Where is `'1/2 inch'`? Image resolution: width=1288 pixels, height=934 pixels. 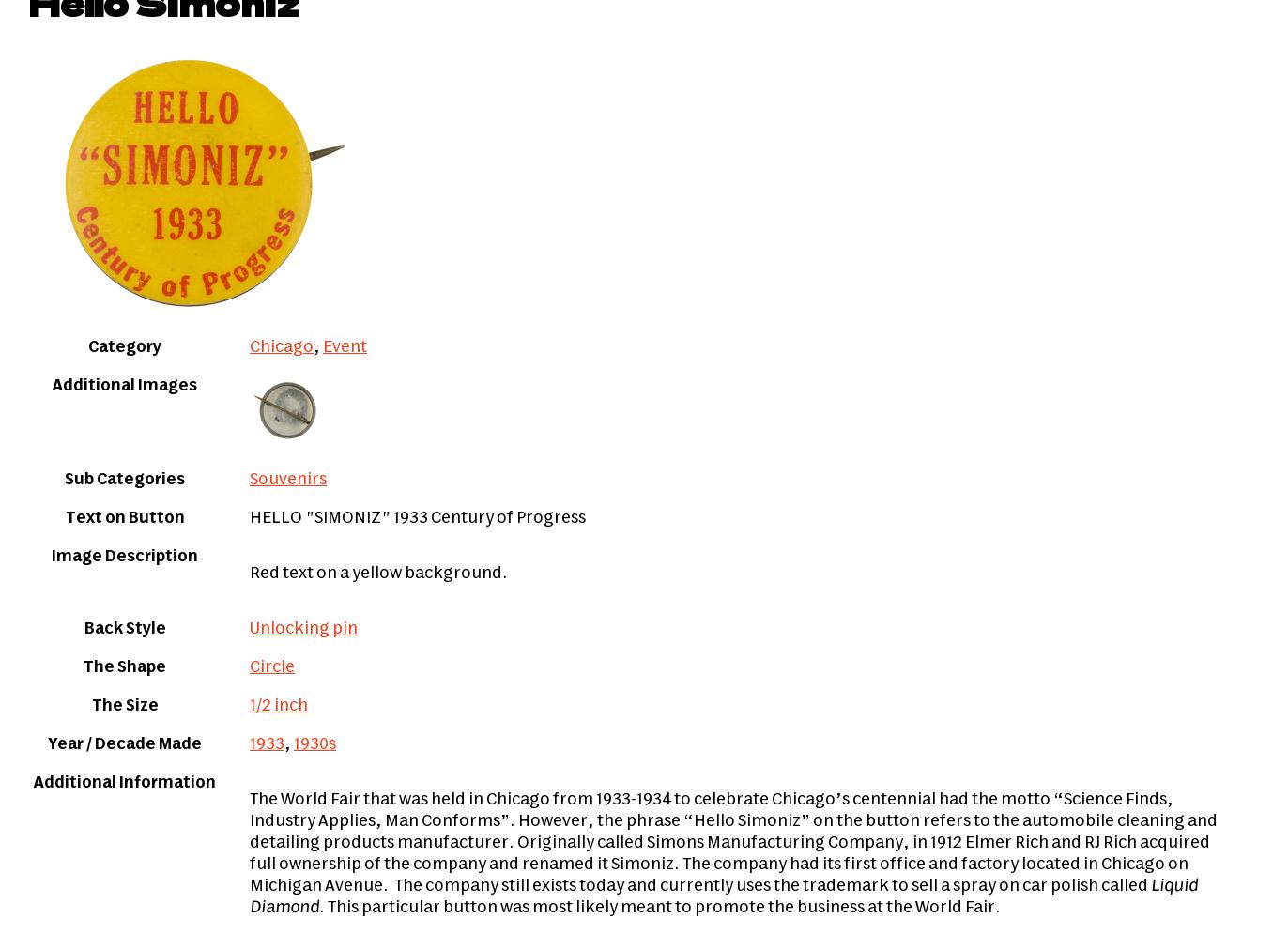
'1/2 inch' is located at coordinates (279, 705).